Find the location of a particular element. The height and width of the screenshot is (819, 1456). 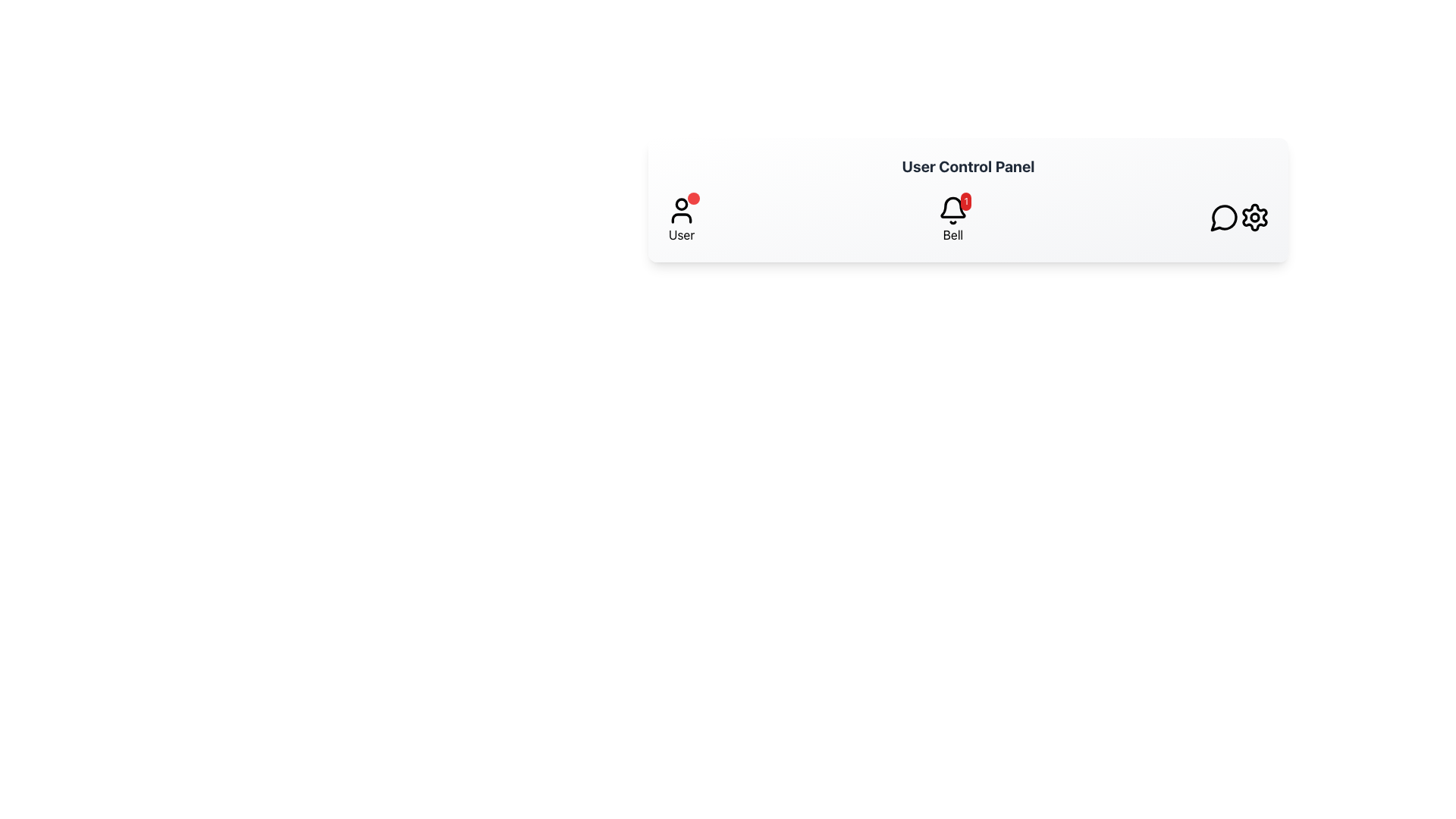

the comment button located as the third interactive icon from the right in the user control panel, positioned to the left of the gear icon and to the right of the bell icon is located at coordinates (1224, 217).